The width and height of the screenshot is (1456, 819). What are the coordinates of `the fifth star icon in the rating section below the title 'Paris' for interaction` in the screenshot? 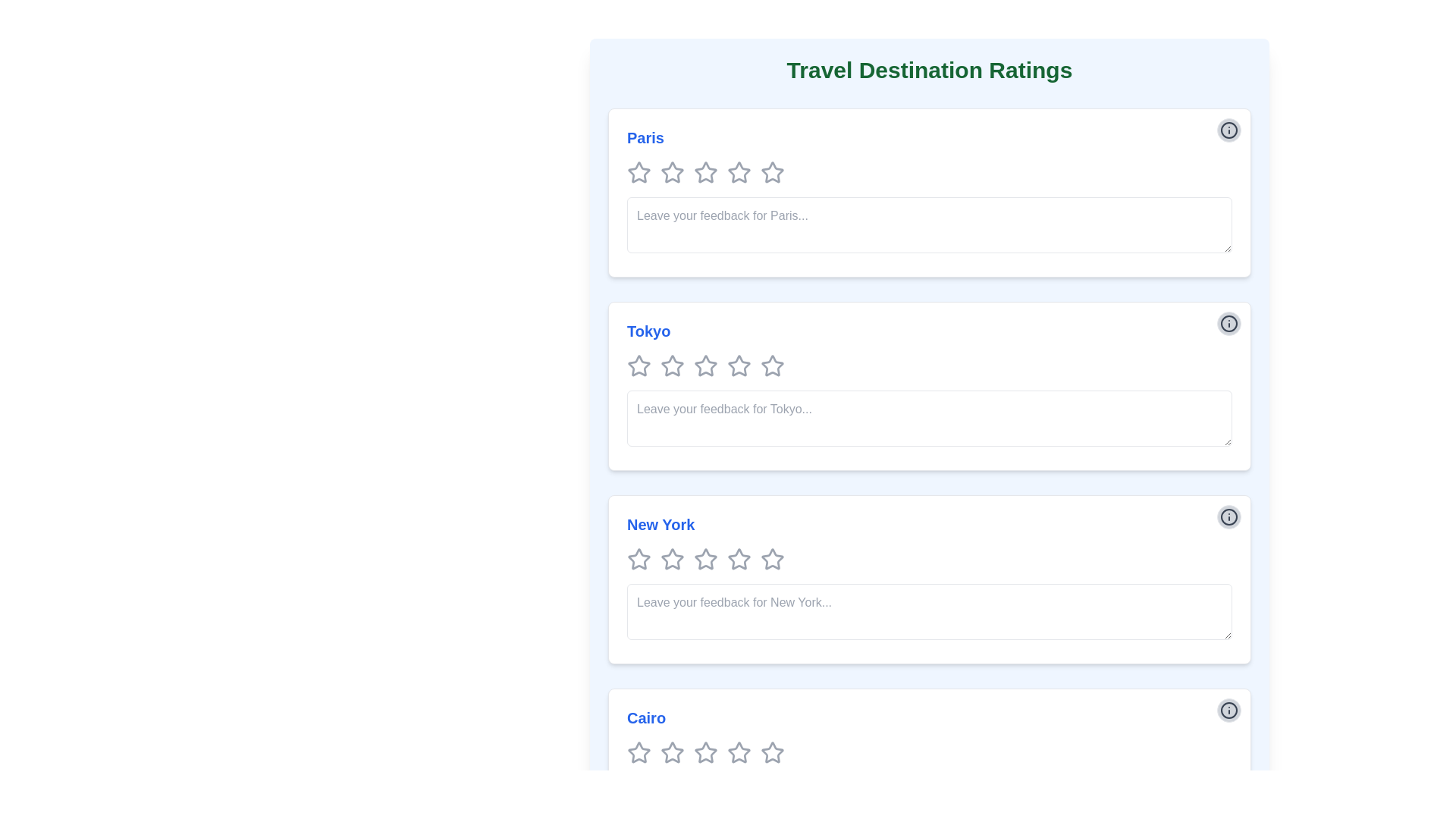 It's located at (772, 171).